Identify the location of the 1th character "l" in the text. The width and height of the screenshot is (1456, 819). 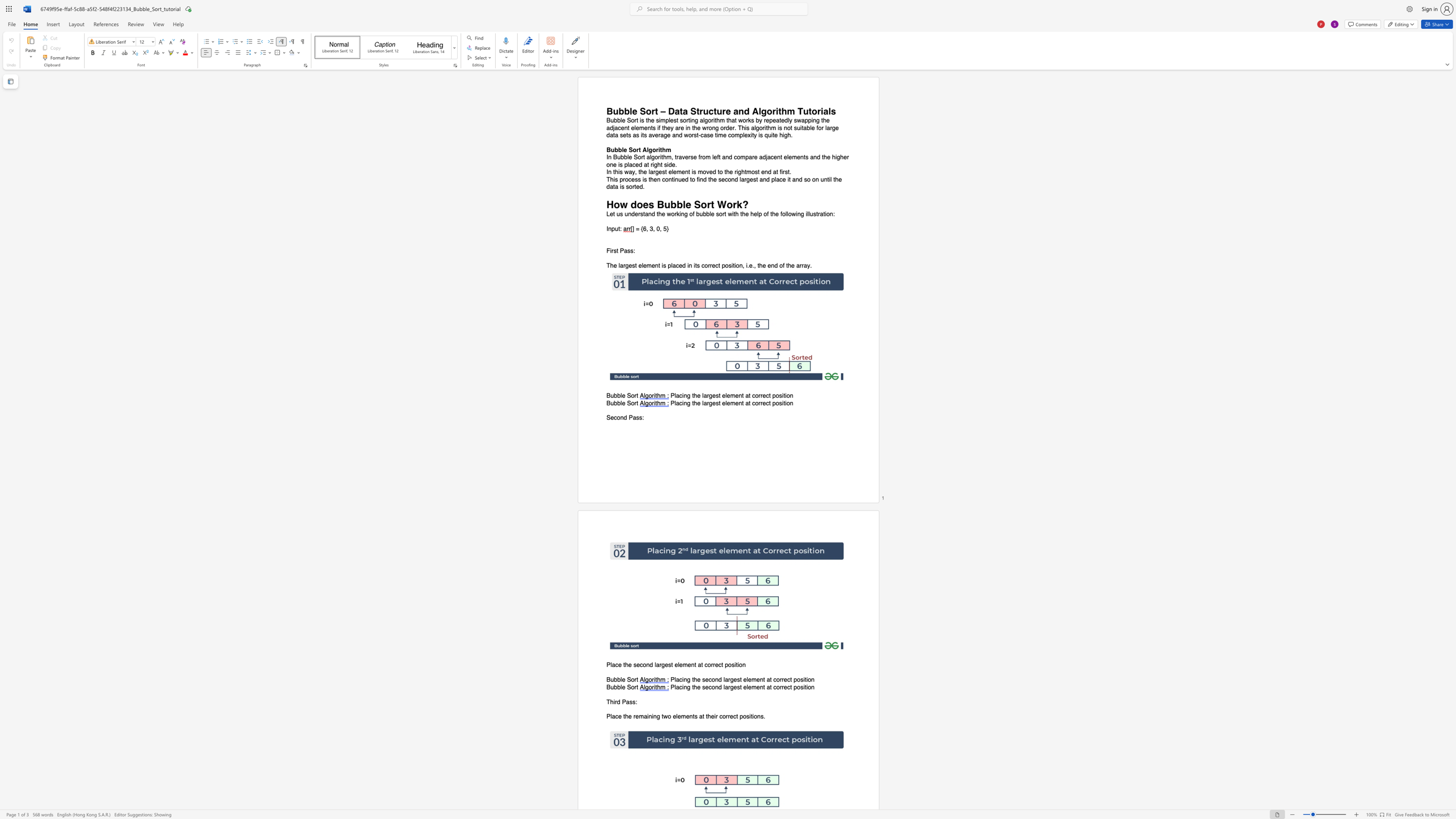
(621, 687).